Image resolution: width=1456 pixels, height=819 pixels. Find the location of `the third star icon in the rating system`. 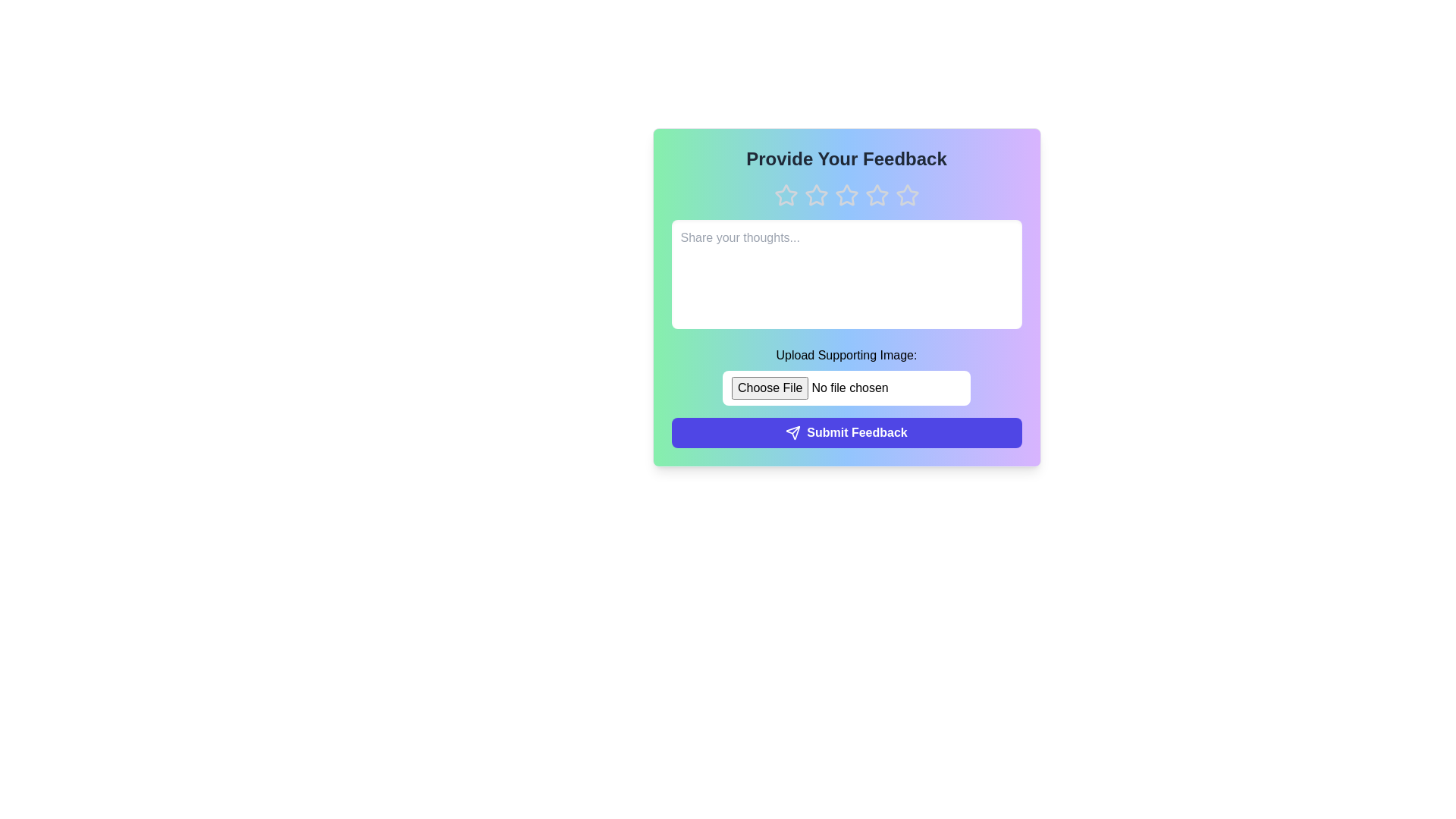

the third star icon in the rating system is located at coordinates (846, 195).